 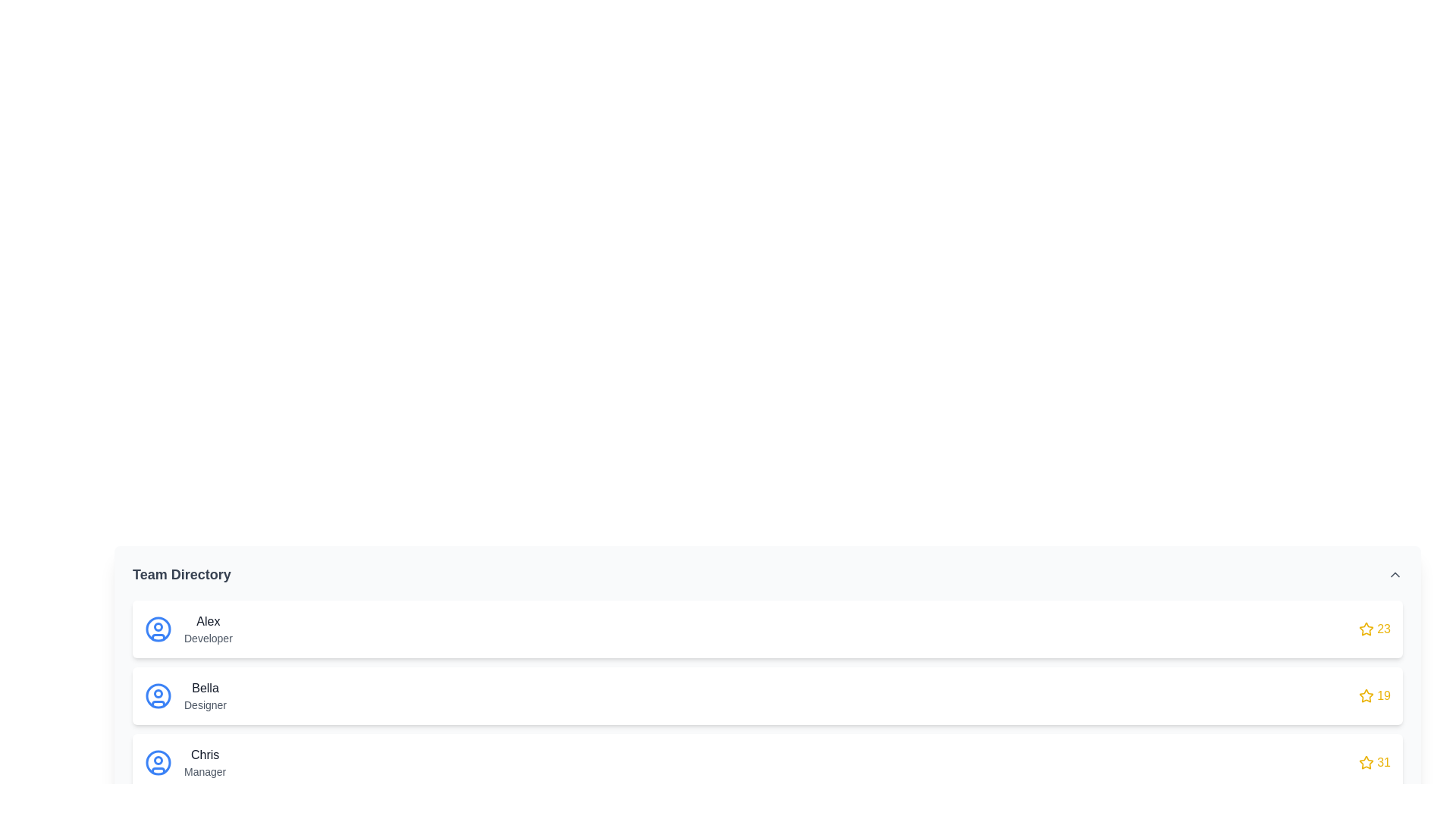 I want to click on the blue user profile icon located in the Team Directory section next to 'Chris', the Manager, to initiate profile-related actions, so click(x=158, y=763).